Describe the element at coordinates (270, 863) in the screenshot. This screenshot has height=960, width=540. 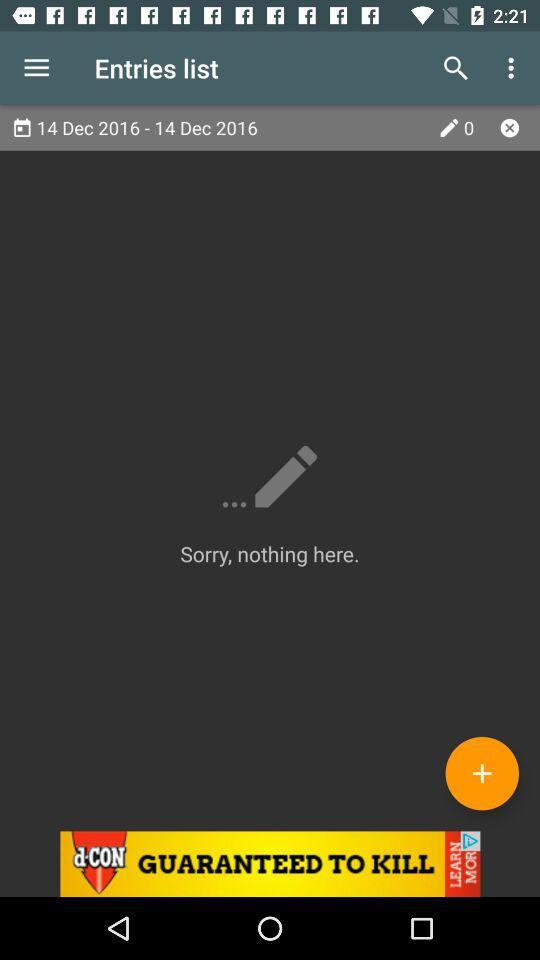
I see `advertisement` at that location.